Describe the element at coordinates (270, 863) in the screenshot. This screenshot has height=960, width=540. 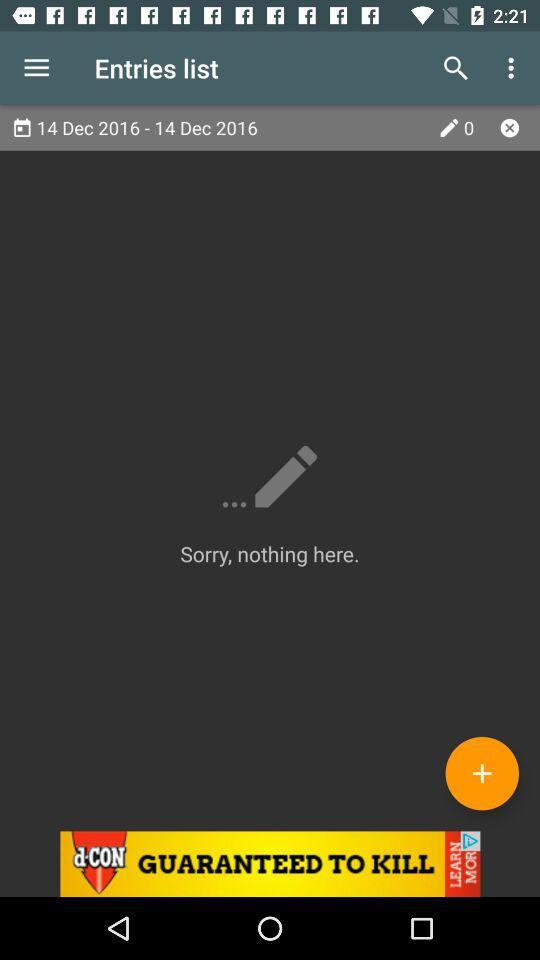
I see `advertisement` at that location.